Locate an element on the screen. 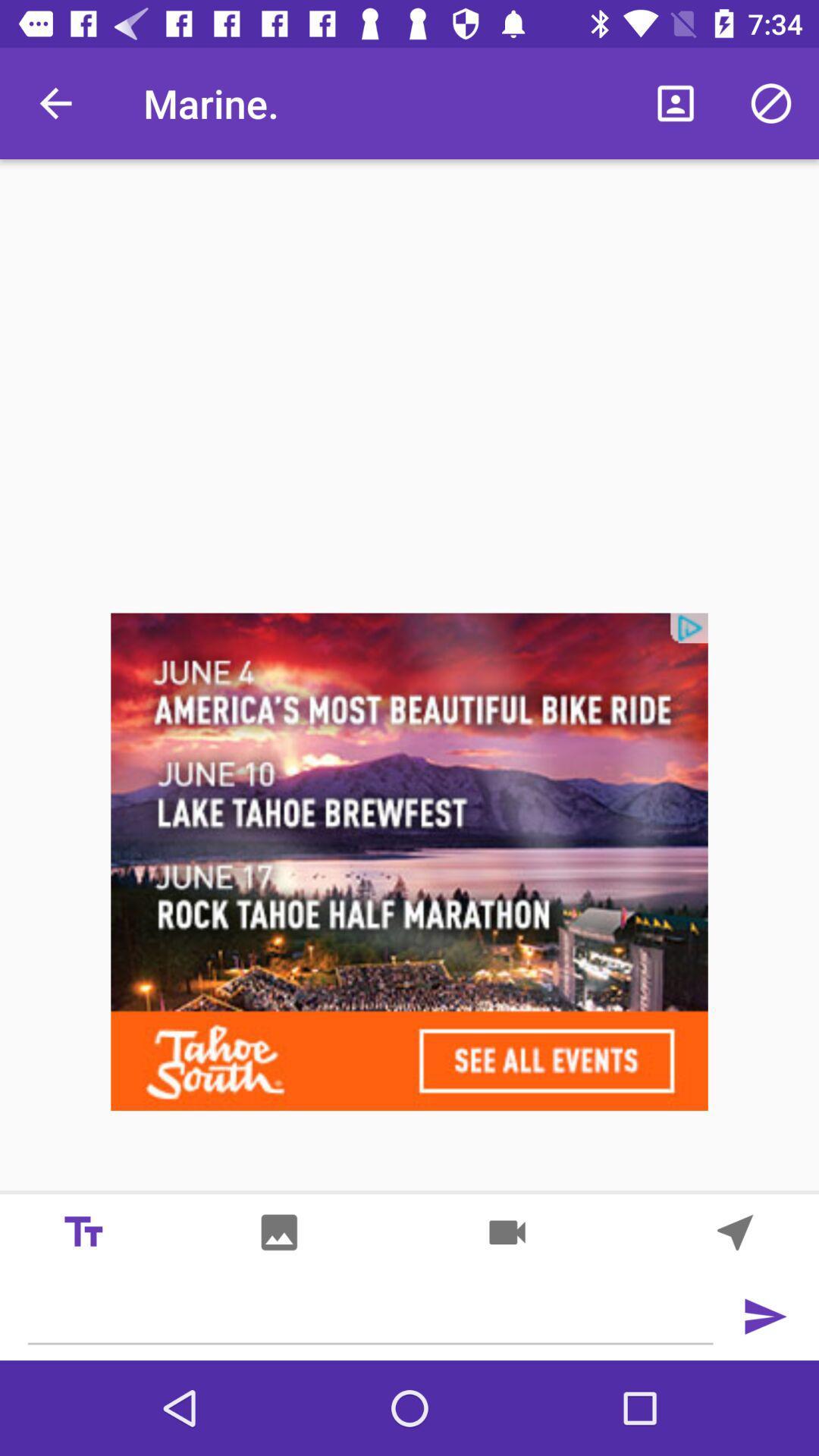  share is located at coordinates (507, 1232).